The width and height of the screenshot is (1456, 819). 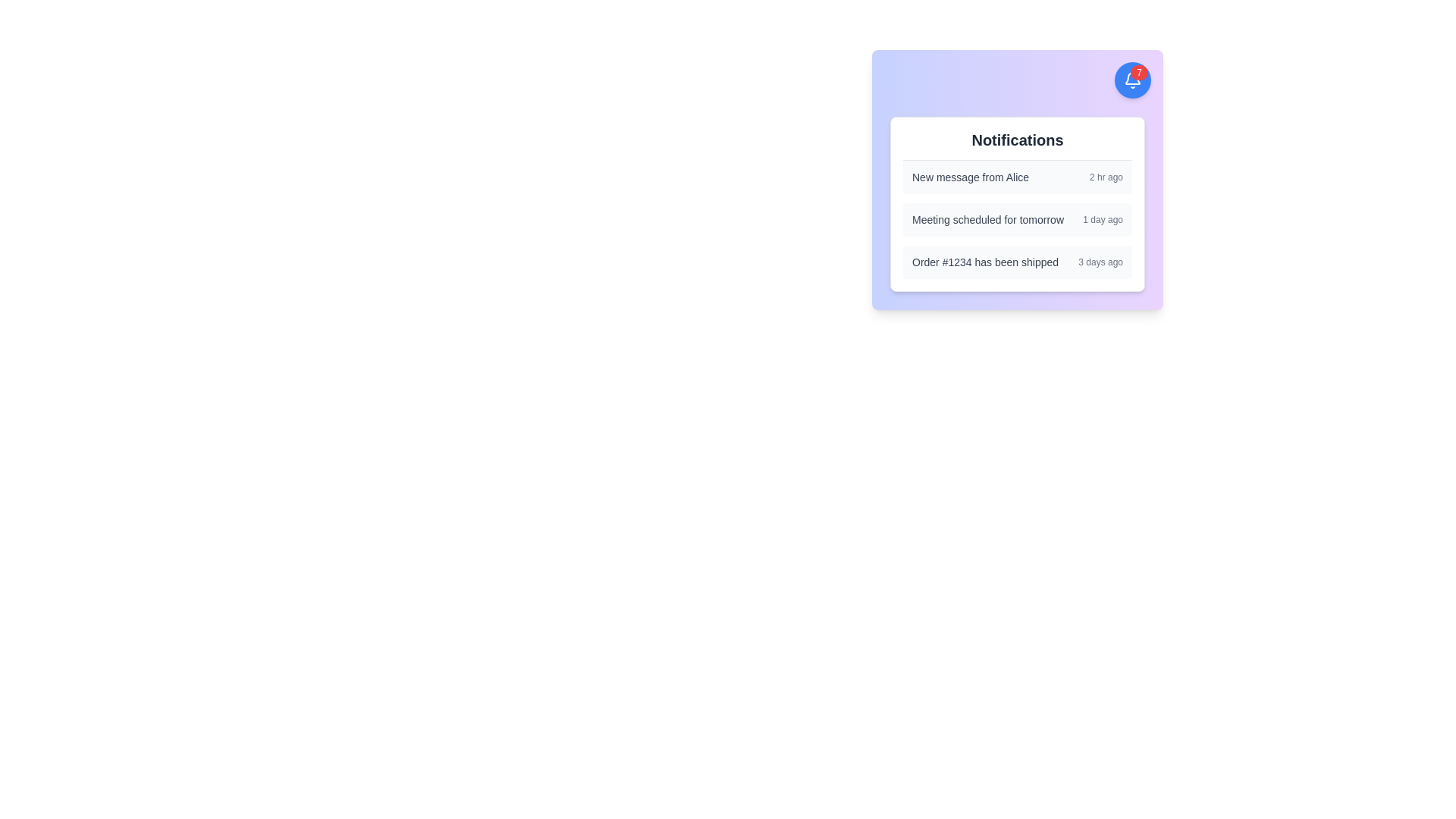 What do you see at coordinates (1106, 177) in the screenshot?
I see `the text label displaying '2 hr ago', which is a dim gray timestamp located to the right of 'New message from Alice' in the notification pane` at bounding box center [1106, 177].